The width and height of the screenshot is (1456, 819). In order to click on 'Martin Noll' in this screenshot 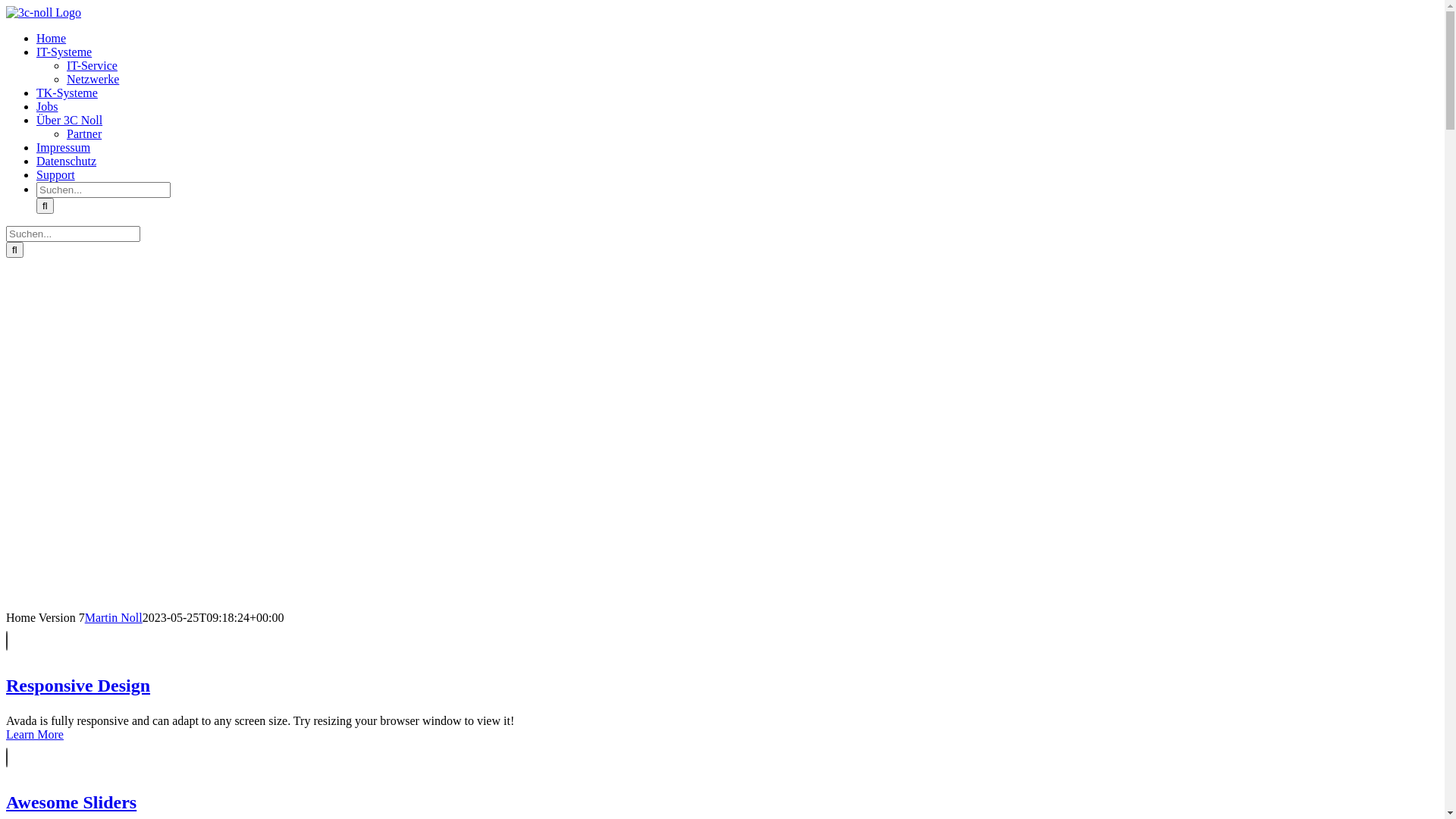, I will do `click(112, 617)`.